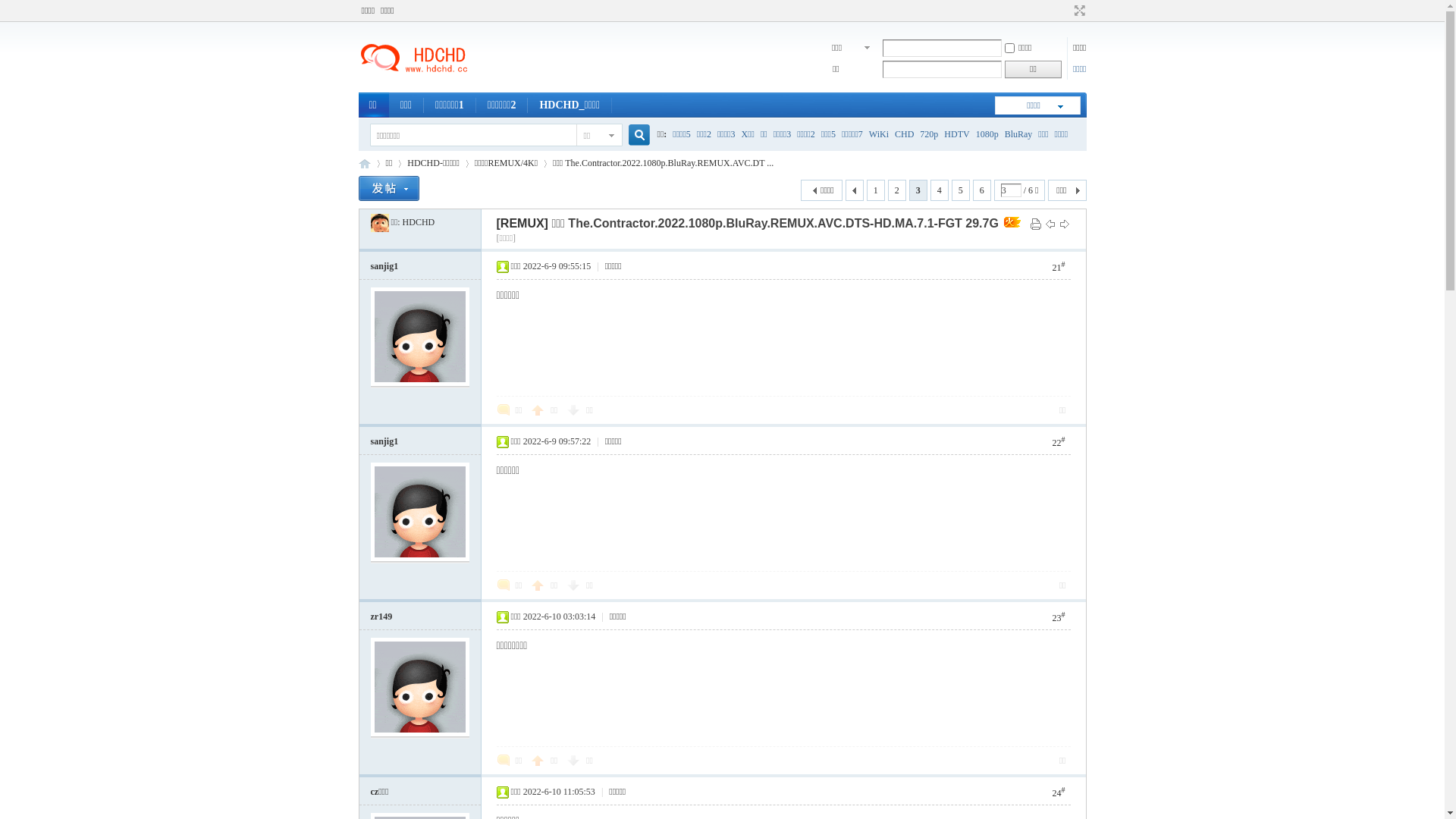 This screenshot has width=1456, height=819. I want to click on '6', so click(982, 189).